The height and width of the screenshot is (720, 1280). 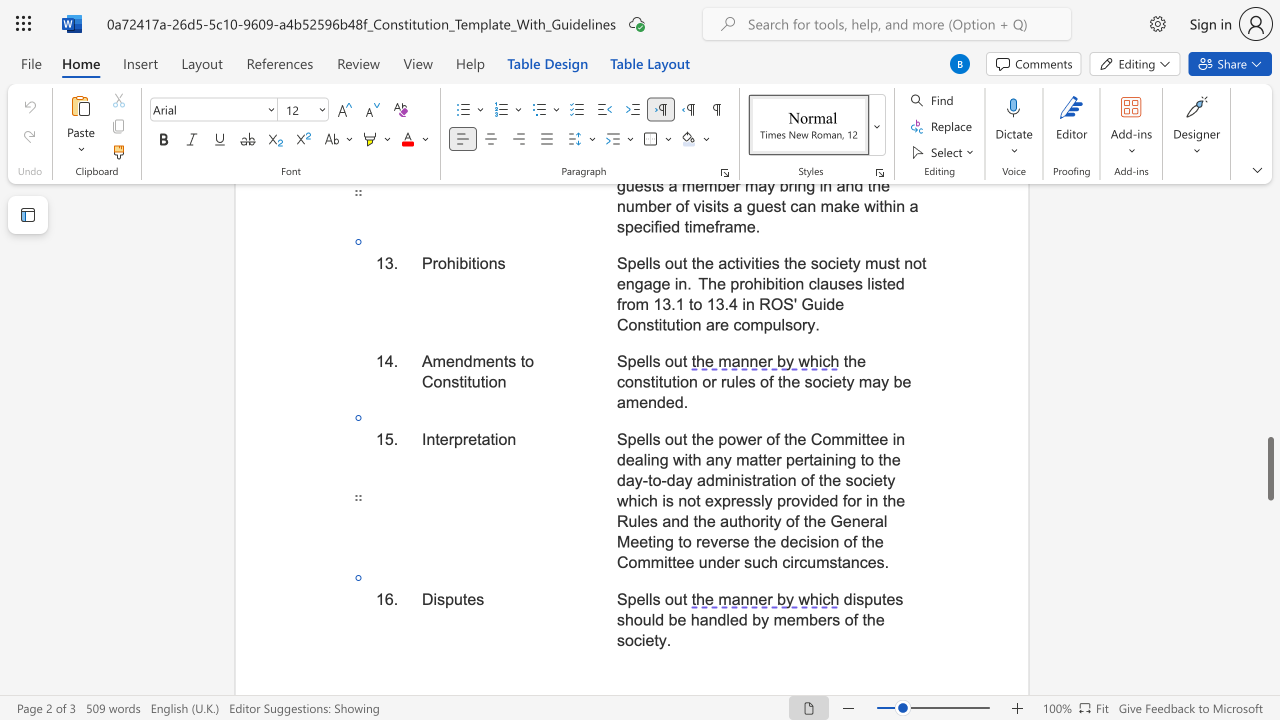 What do you see at coordinates (647, 598) in the screenshot?
I see `the 1th character "l" in the text` at bounding box center [647, 598].